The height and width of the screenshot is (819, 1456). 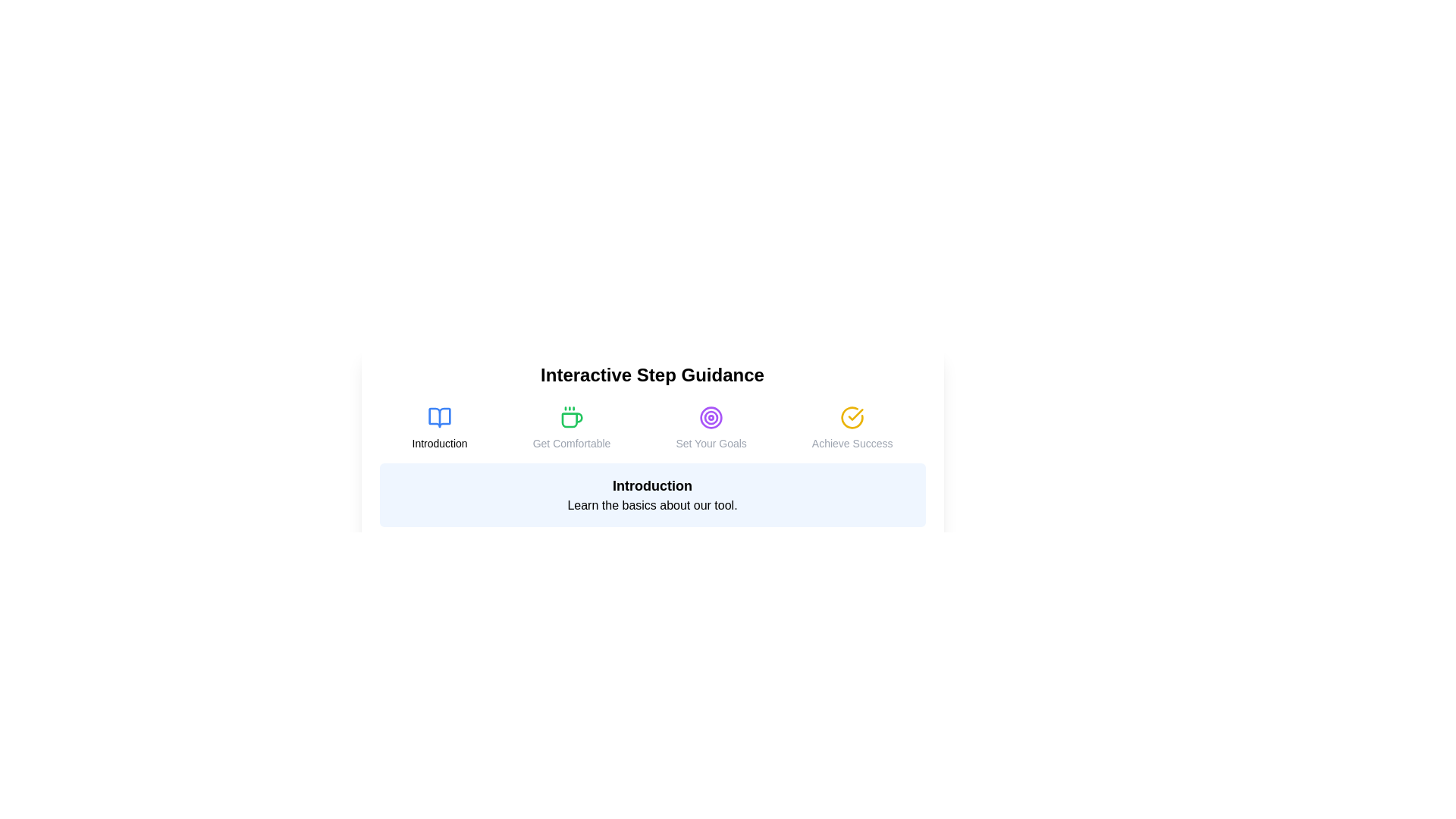 I want to click on the second clickable navigation icon, which is linked to the 'Get Comfortable' section, so click(x=570, y=428).